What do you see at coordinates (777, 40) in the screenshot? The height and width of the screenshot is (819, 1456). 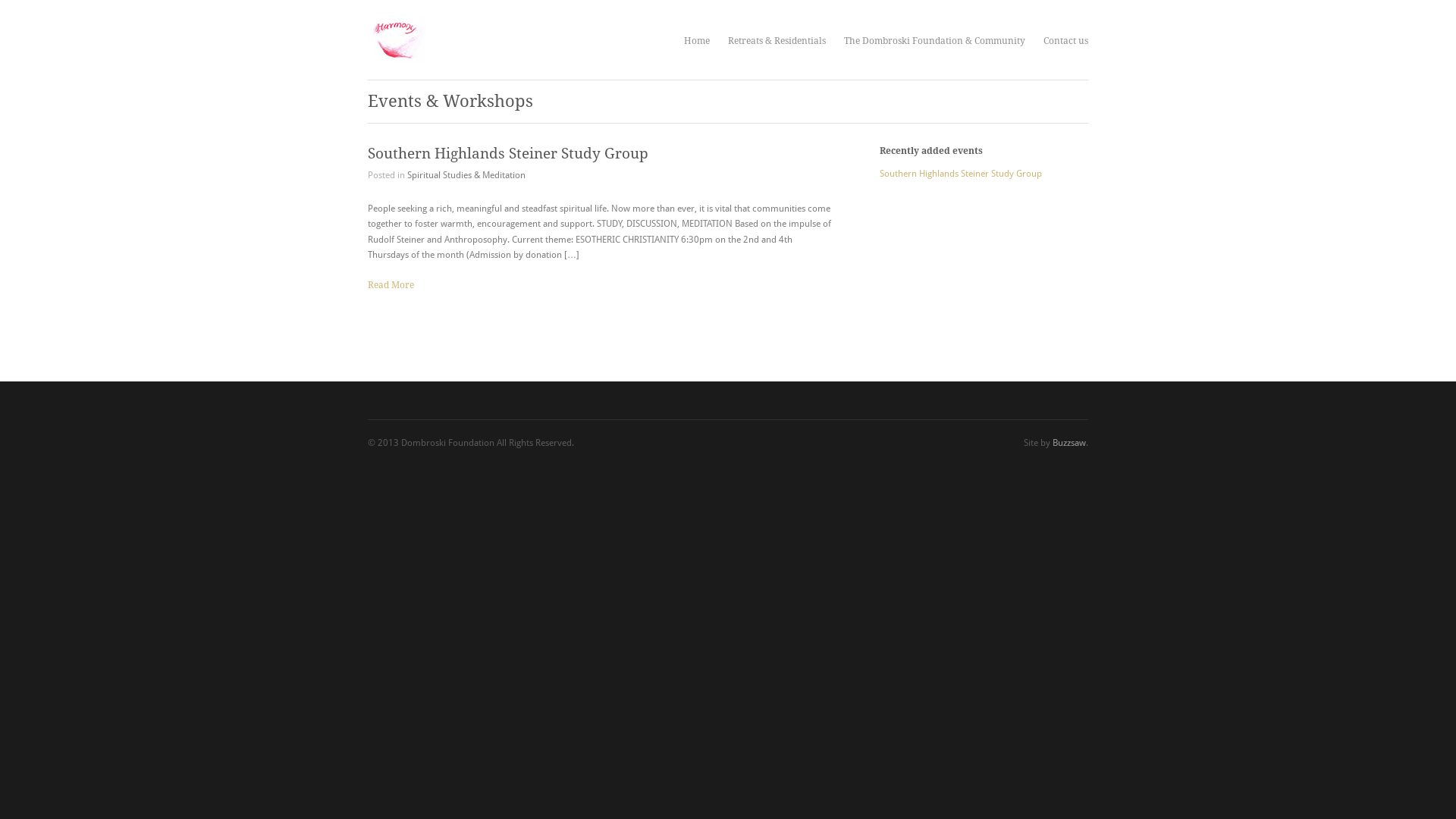 I see `'Retreats & Residentials'` at bounding box center [777, 40].